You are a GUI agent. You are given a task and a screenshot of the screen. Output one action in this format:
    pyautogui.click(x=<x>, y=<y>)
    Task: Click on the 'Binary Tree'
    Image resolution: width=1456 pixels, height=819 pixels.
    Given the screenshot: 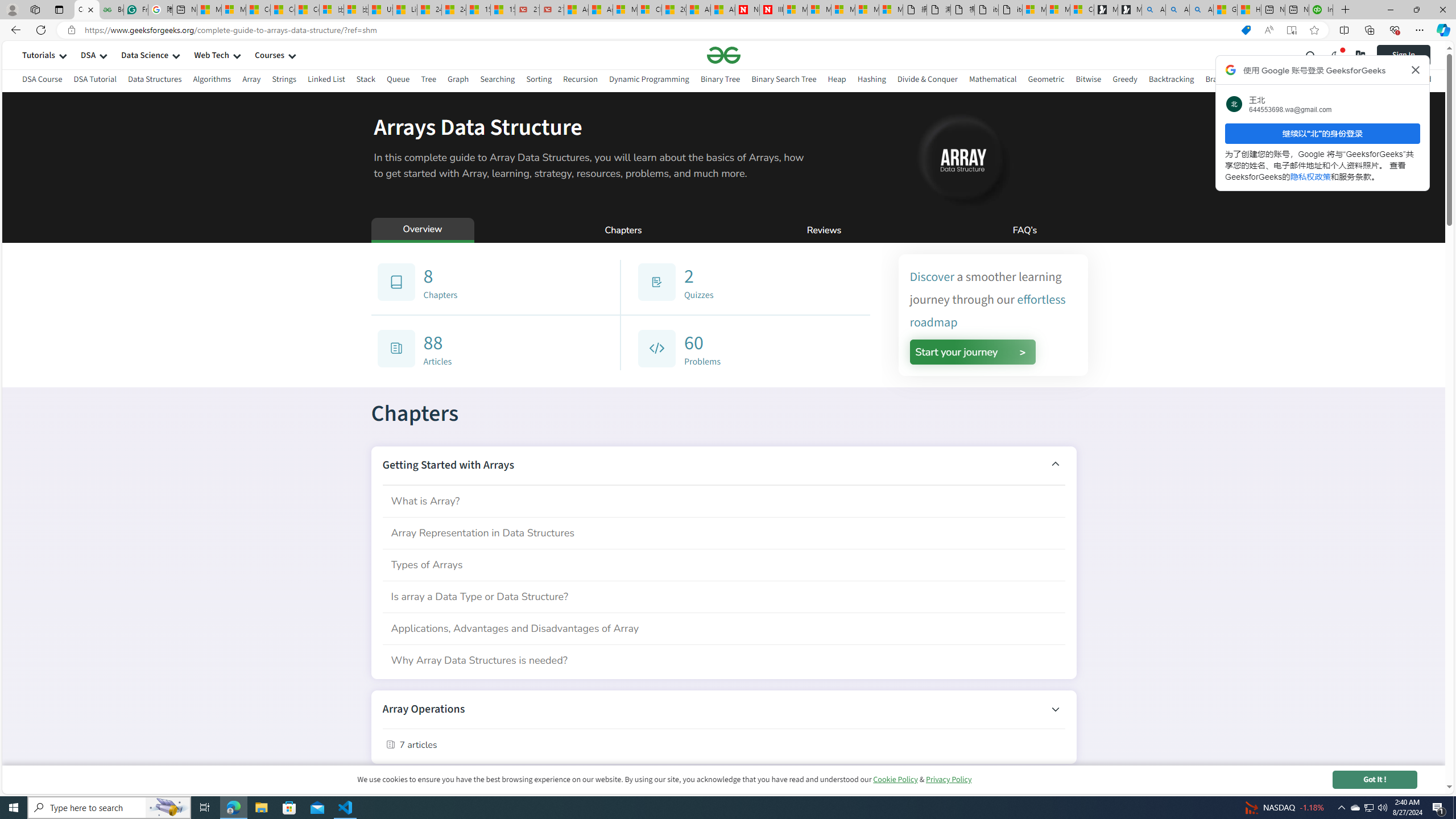 What is the action you would take?
    pyautogui.click(x=719, y=78)
    